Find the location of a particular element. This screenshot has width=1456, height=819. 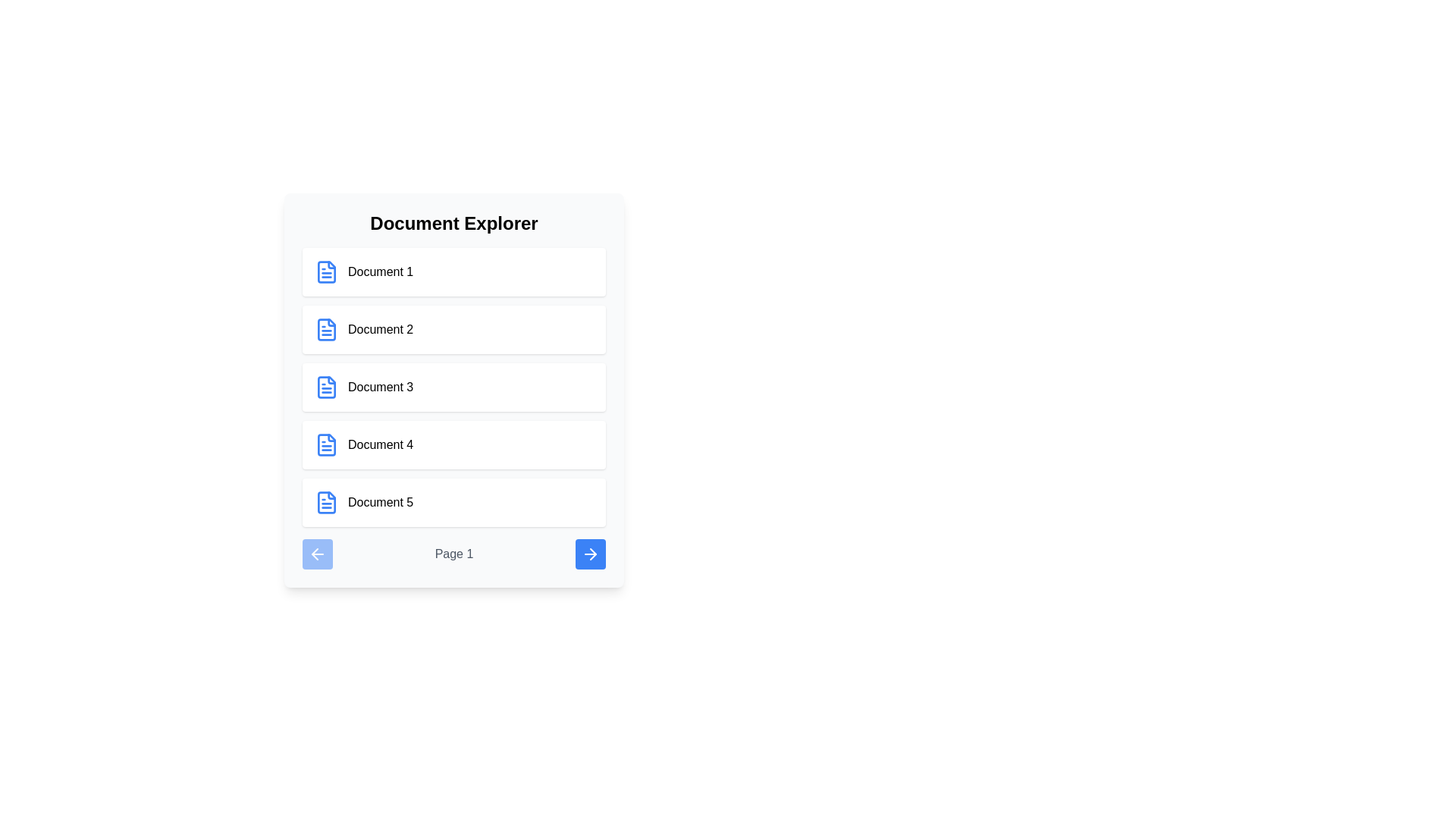

the file icon with a blue outline next to the label 'Document 5' in the 'Document Explorer' list is located at coordinates (326, 503).